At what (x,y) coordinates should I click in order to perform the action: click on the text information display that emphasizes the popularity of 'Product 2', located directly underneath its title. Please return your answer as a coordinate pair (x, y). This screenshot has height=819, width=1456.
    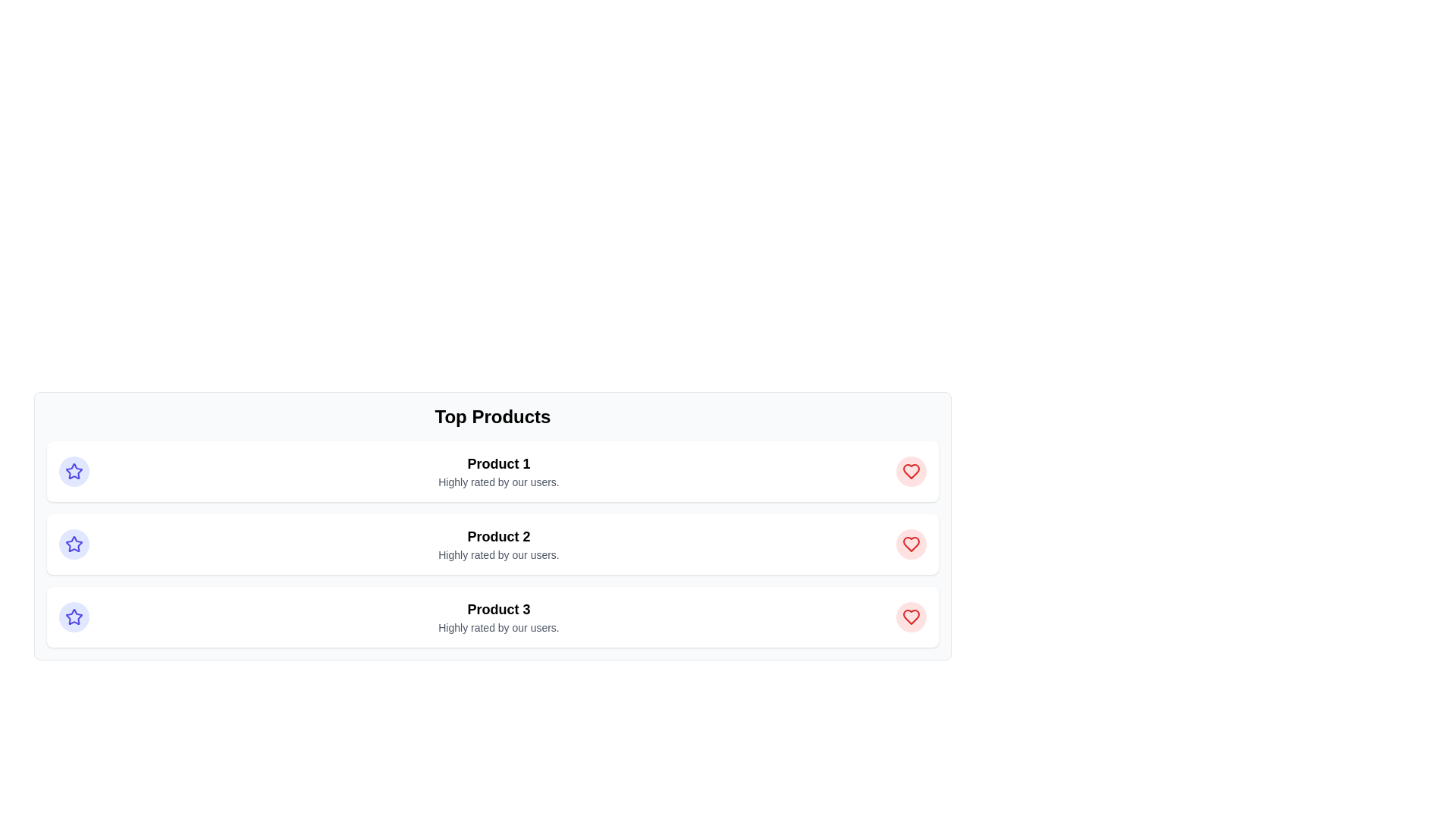
    Looking at the image, I should click on (498, 555).